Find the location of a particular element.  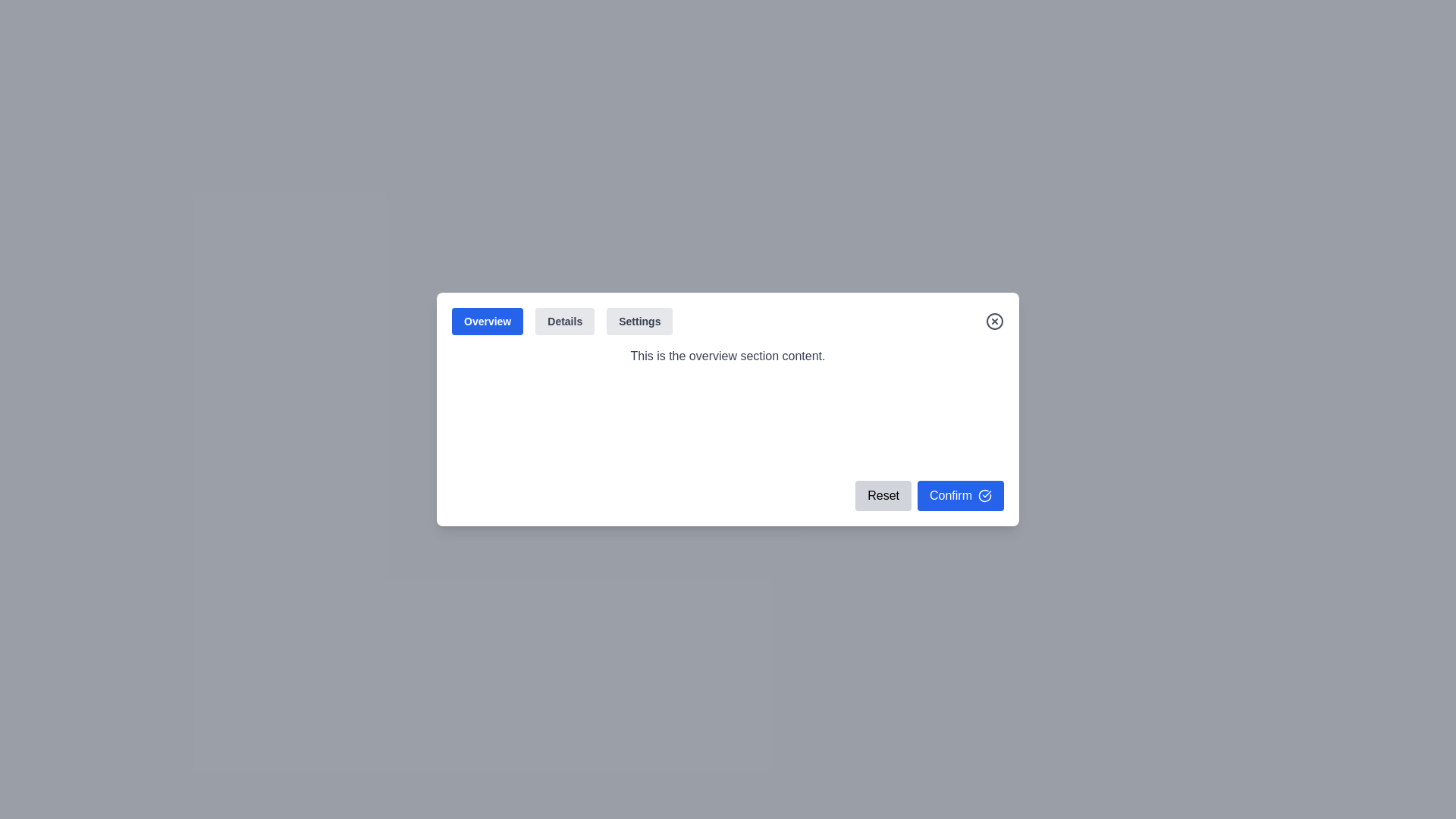

the tab labeled Overview to view its content is located at coordinates (488, 321).